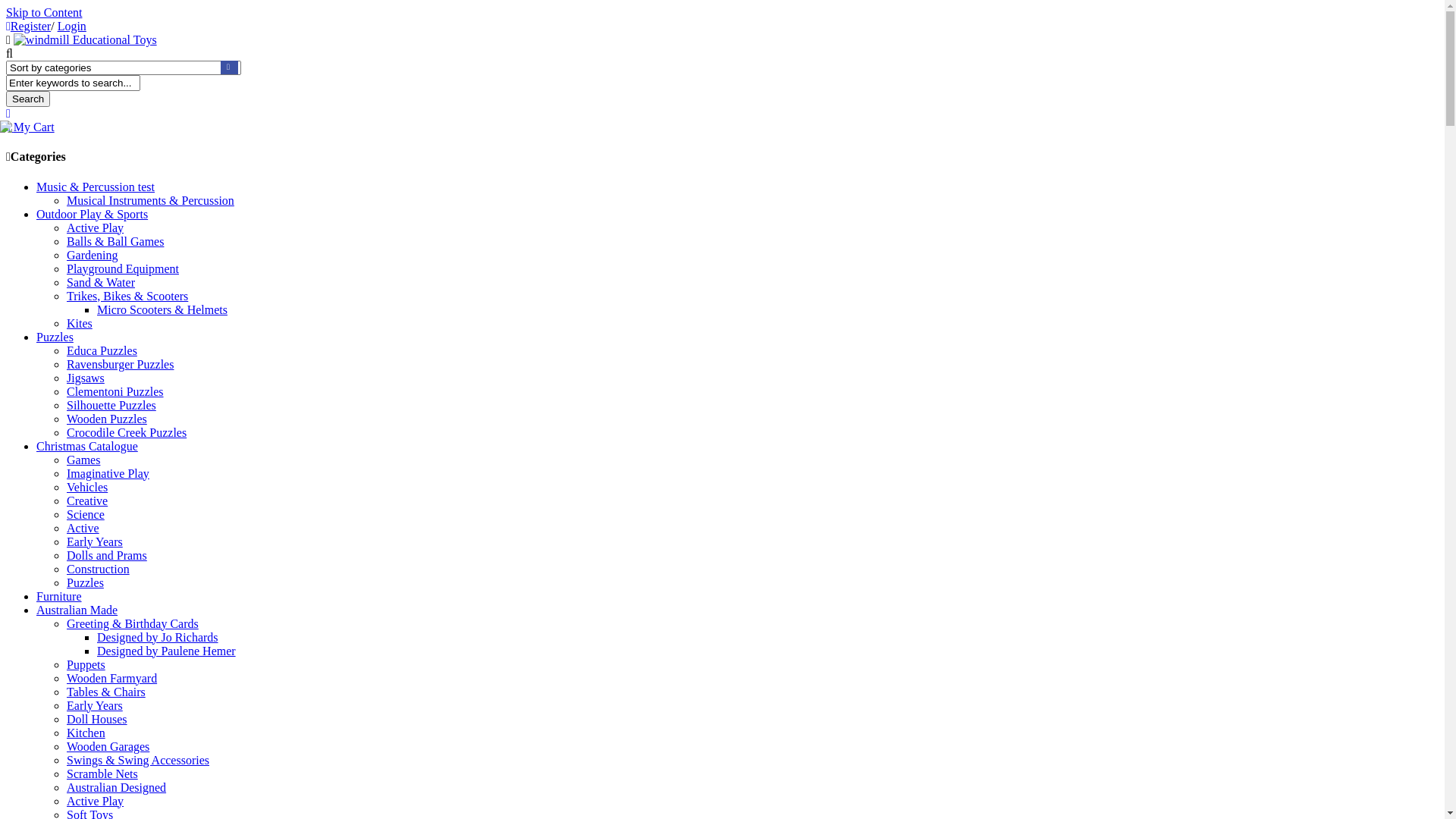  I want to click on 'My Cart', so click(6, 126).